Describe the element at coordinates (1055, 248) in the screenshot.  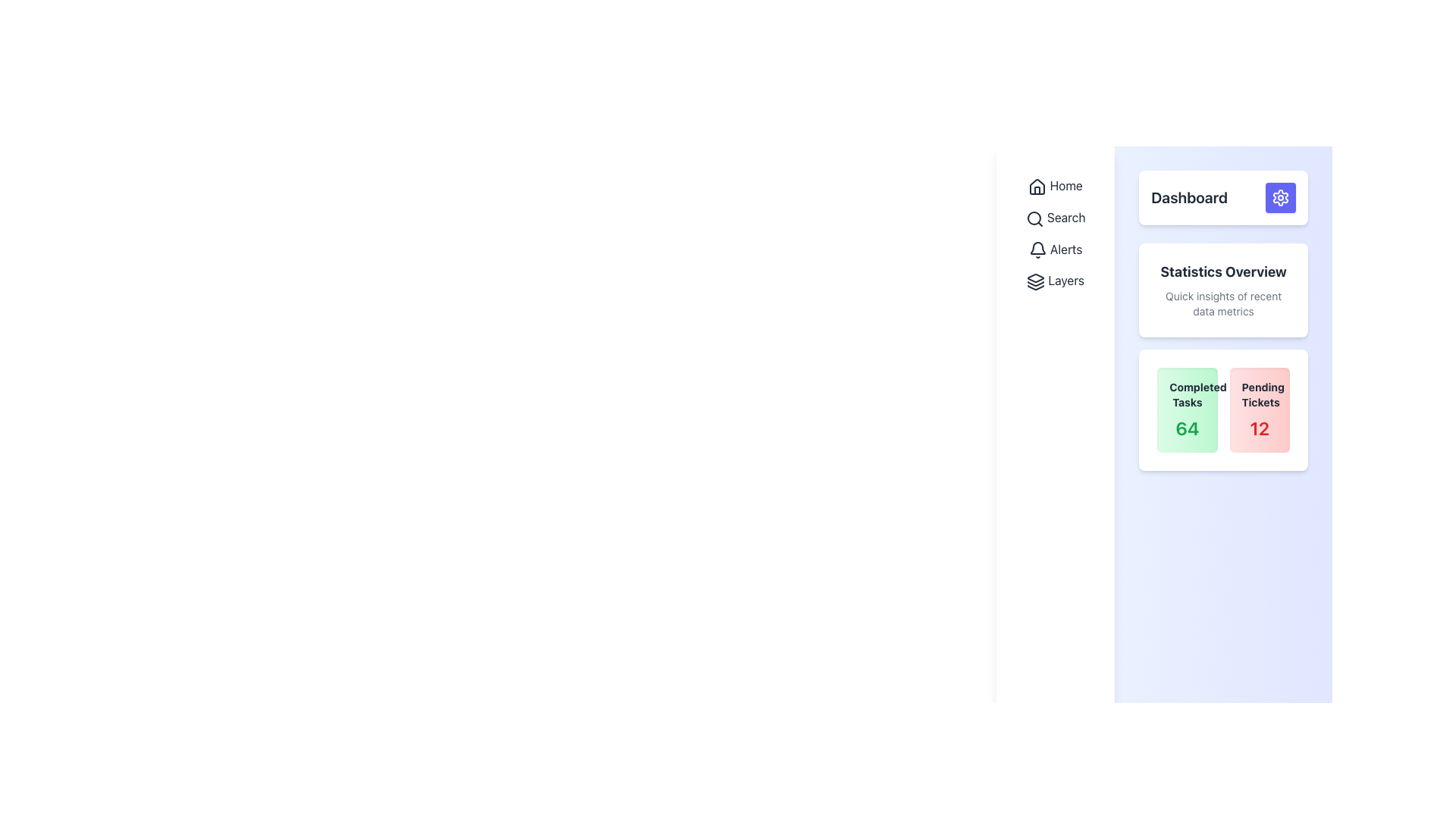
I see `the third item in the vertical navigation menu, which serves as a navigation link to the 'Alerts' section of the application, represented by a bell icon` at that location.